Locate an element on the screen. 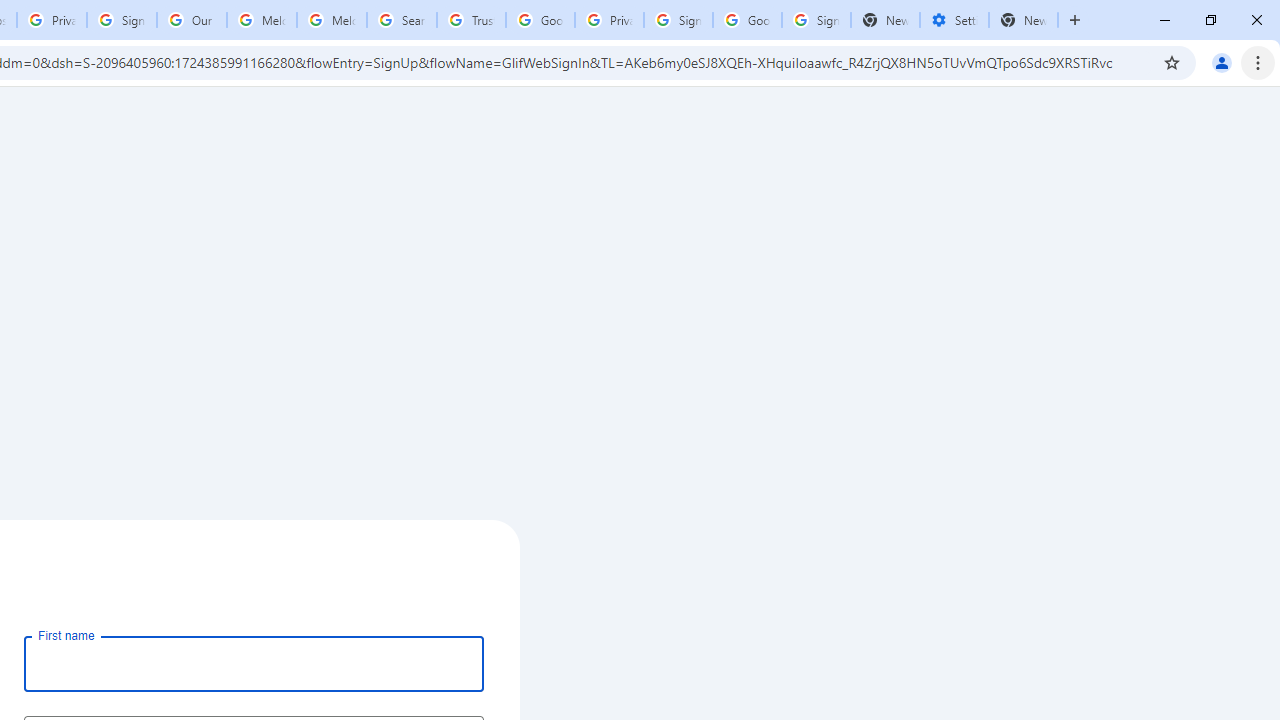 Image resolution: width=1280 pixels, height=720 pixels. 'Google Cybersecurity Innovations - Google Safety Center' is located at coordinates (746, 20).